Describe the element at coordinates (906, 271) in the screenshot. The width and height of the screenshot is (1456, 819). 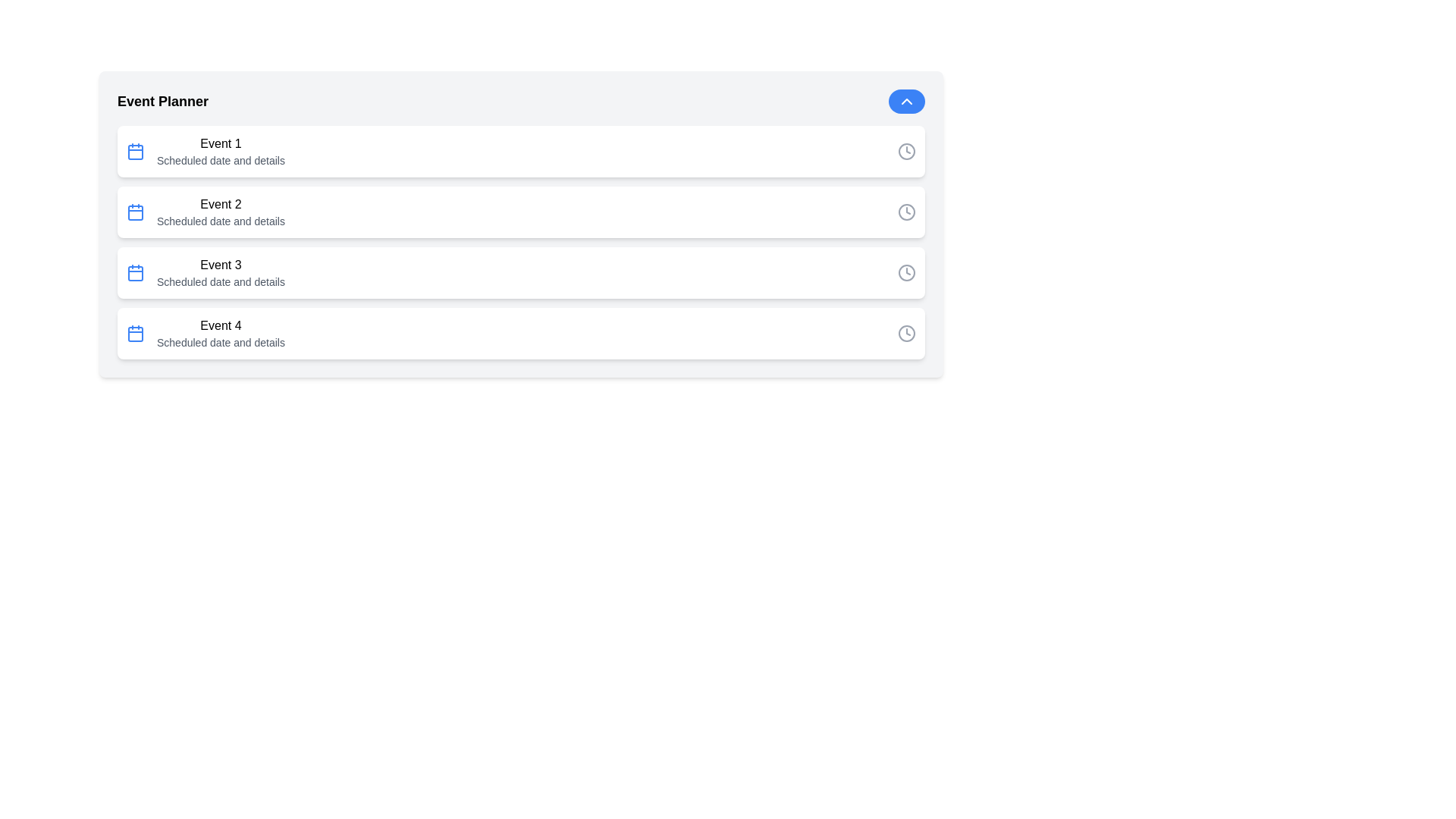
I see `the circular component that resembles the outer border of a clock face, located in the right-hand side of the third event card in the event list` at that location.